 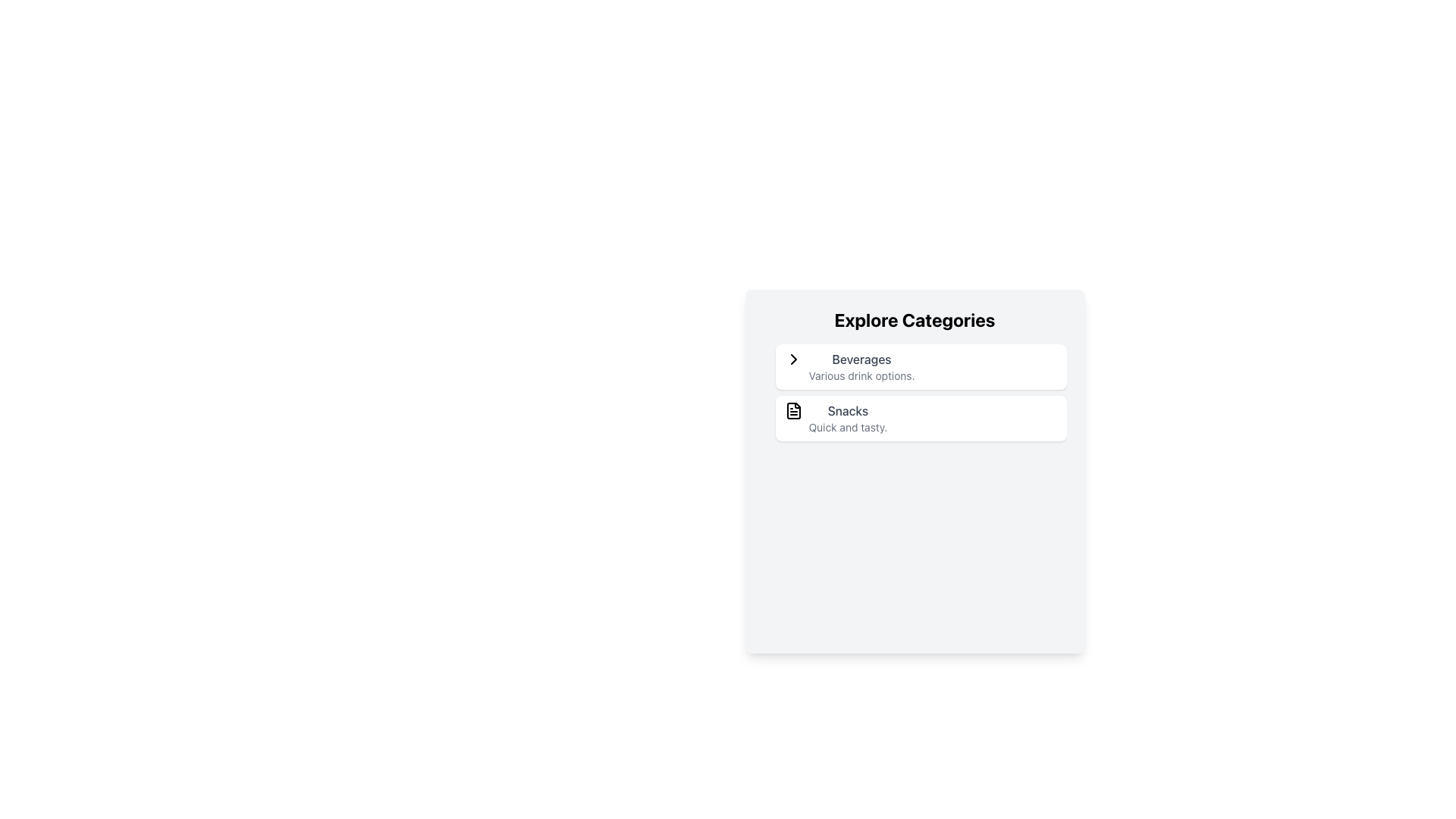 What do you see at coordinates (914, 318) in the screenshot?
I see `the bold, large-sized text element that reads 'Explore Categories', located at the top center of the card with a light gray background` at bounding box center [914, 318].